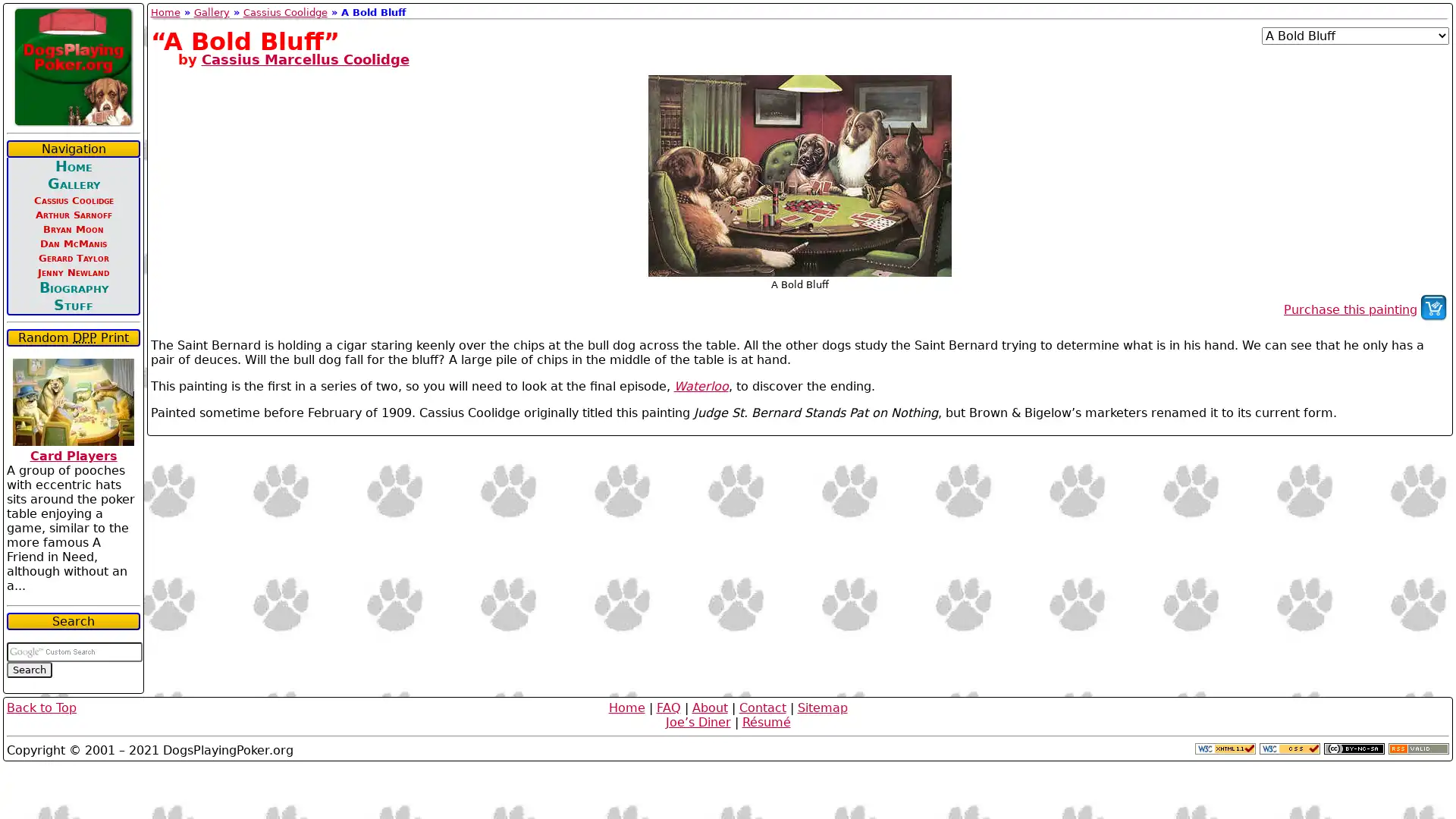 The height and width of the screenshot is (819, 1456). I want to click on Search, so click(29, 669).